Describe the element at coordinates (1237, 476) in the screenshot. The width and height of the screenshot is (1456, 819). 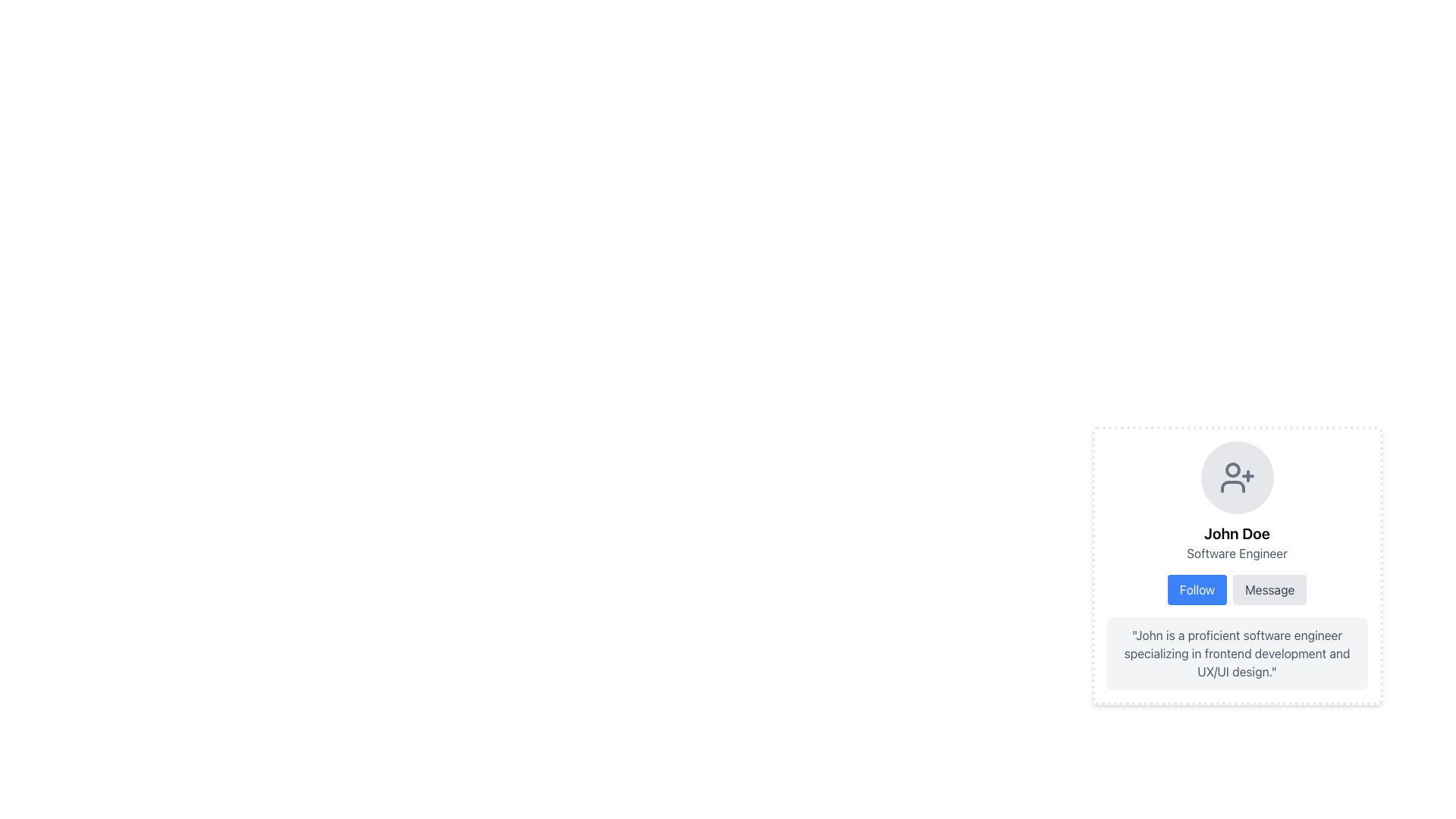
I see `the user icon with a plus sign, which is centered at the top of the profile card` at that location.